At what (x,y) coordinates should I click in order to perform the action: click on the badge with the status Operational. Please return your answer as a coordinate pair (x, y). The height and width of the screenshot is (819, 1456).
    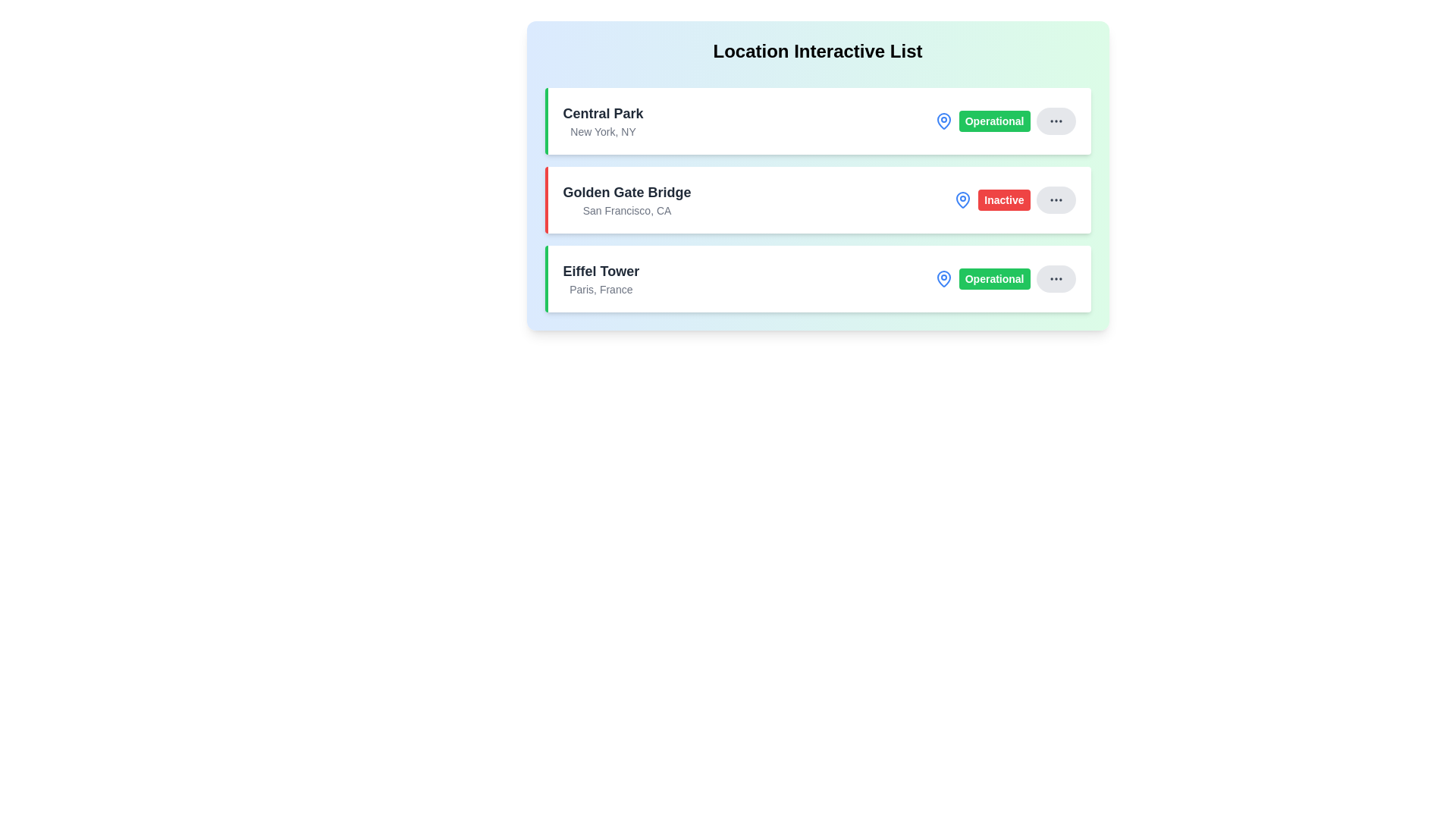
    Looking at the image, I should click on (994, 120).